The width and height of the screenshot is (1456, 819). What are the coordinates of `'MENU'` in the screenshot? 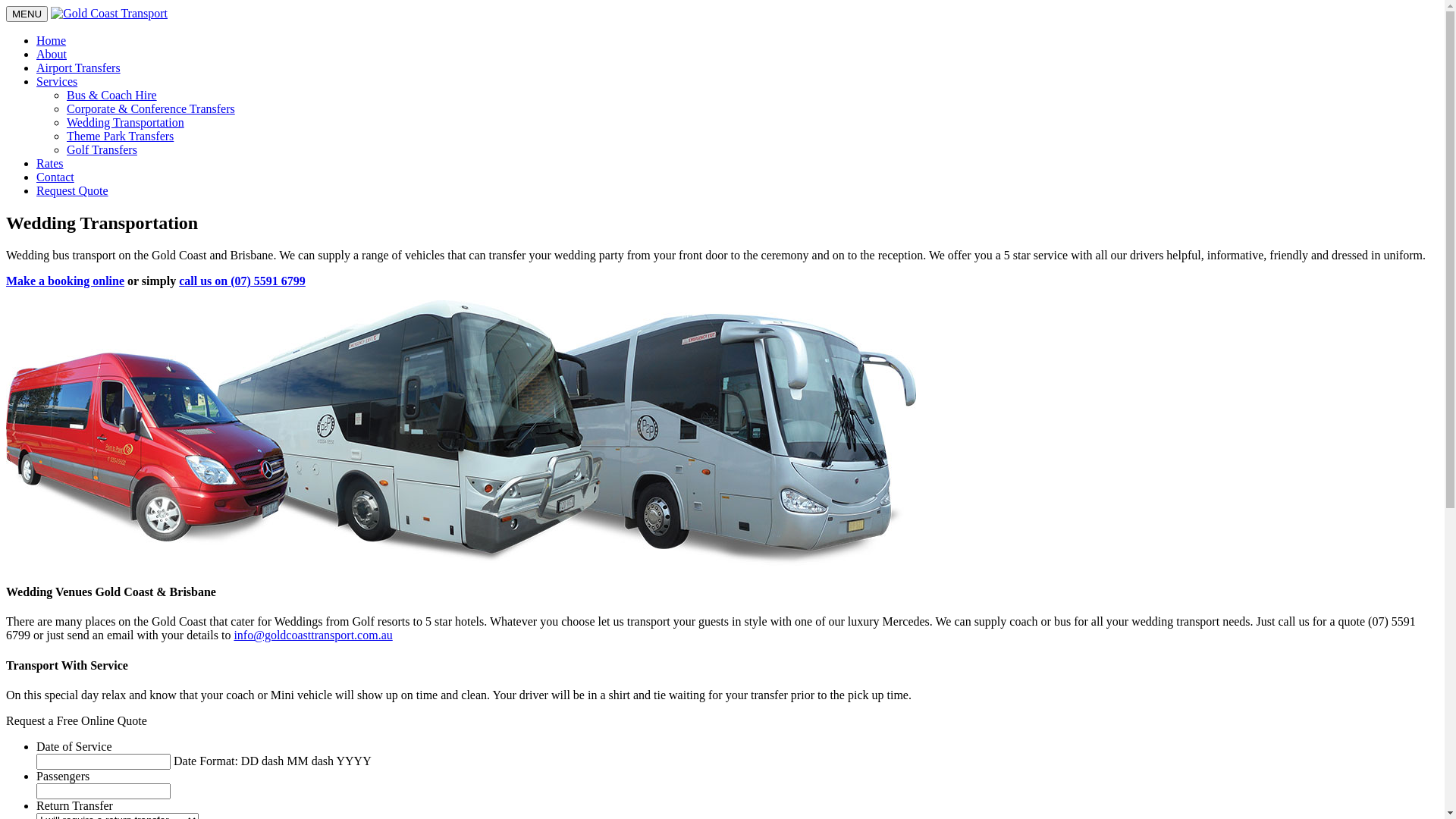 It's located at (27, 14).